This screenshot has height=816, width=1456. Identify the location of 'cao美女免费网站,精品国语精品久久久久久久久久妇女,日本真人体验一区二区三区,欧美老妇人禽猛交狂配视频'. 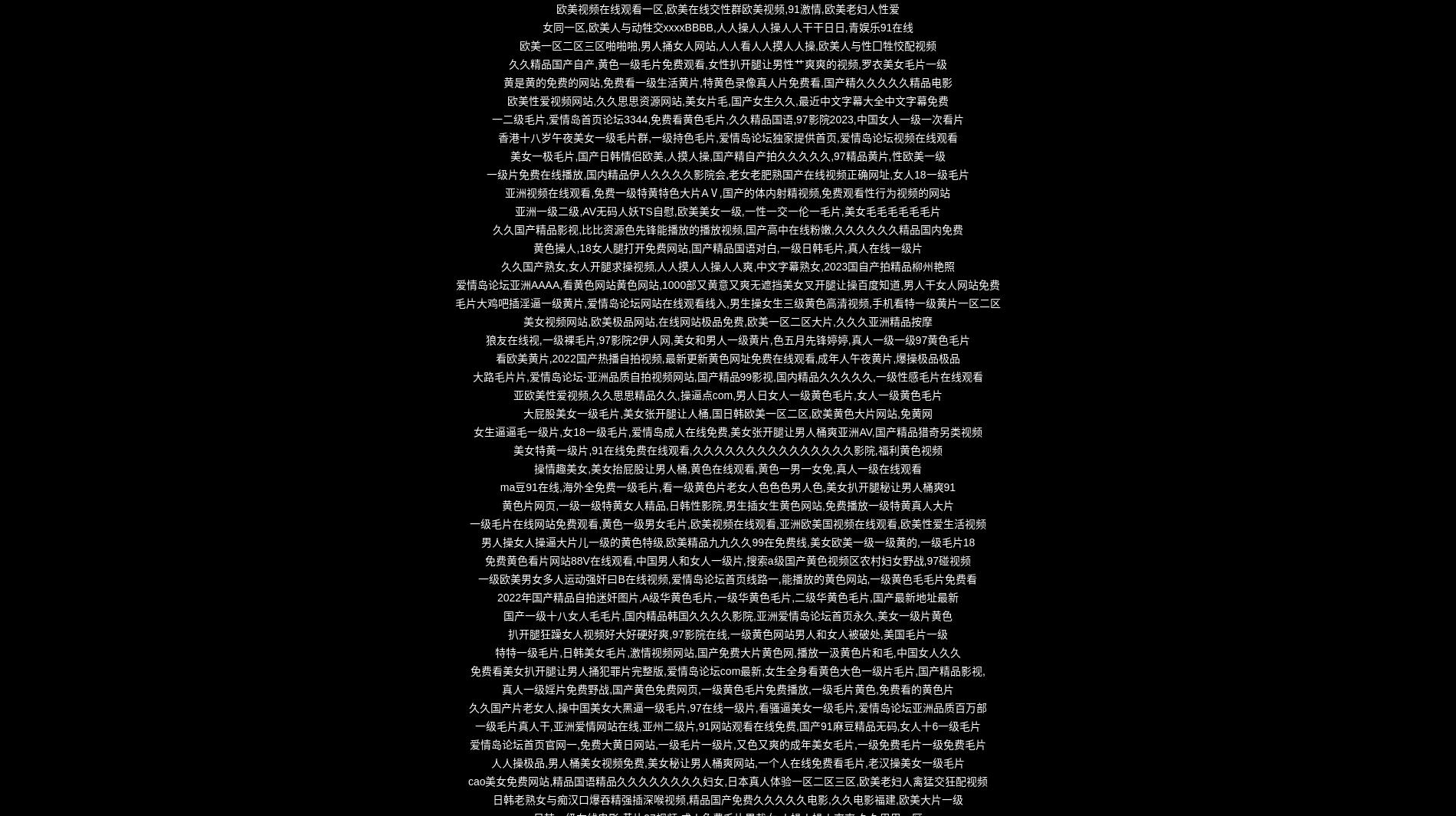
(726, 781).